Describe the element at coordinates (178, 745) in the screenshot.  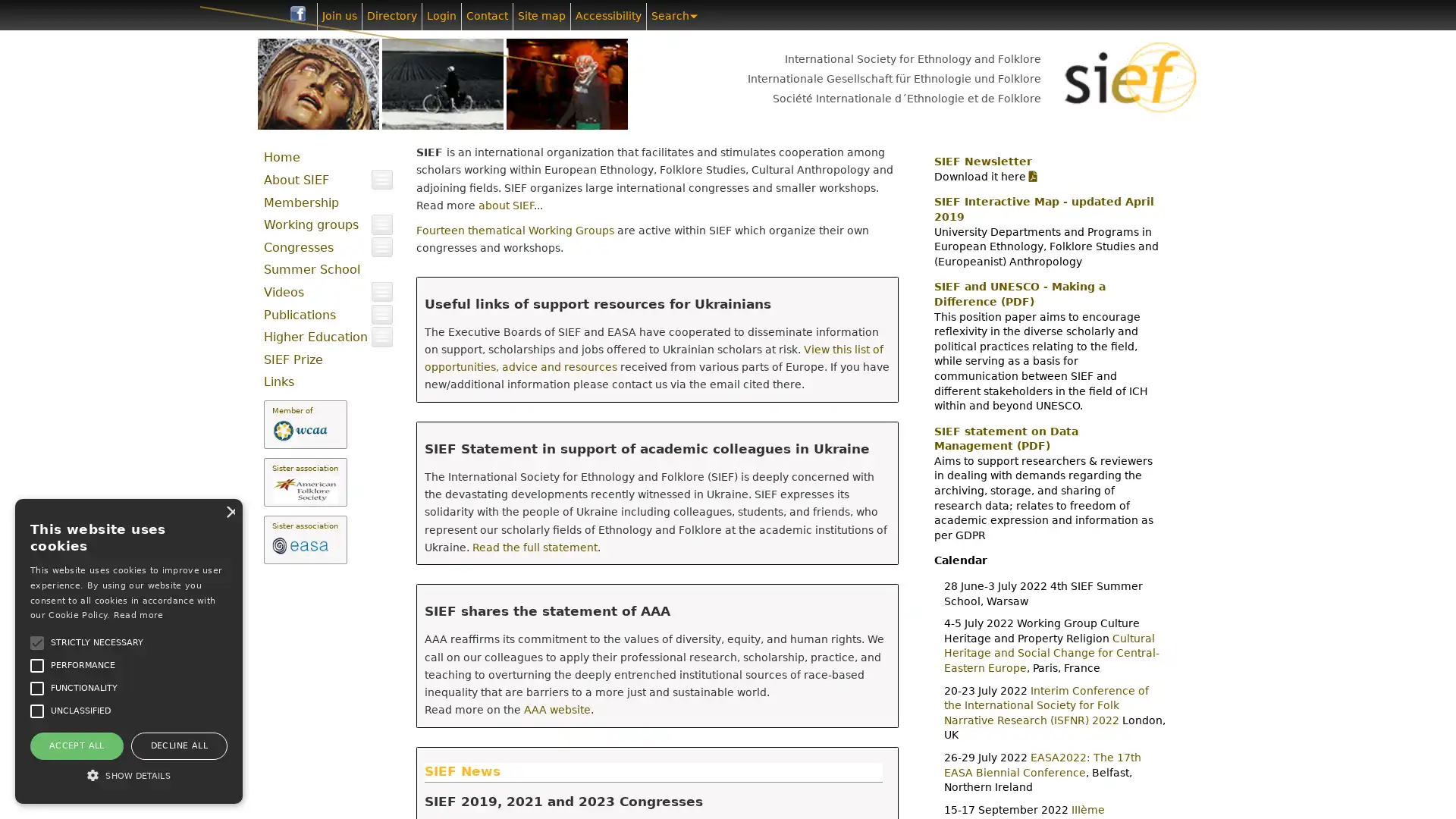
I see `DECLINE ALL` at that location.